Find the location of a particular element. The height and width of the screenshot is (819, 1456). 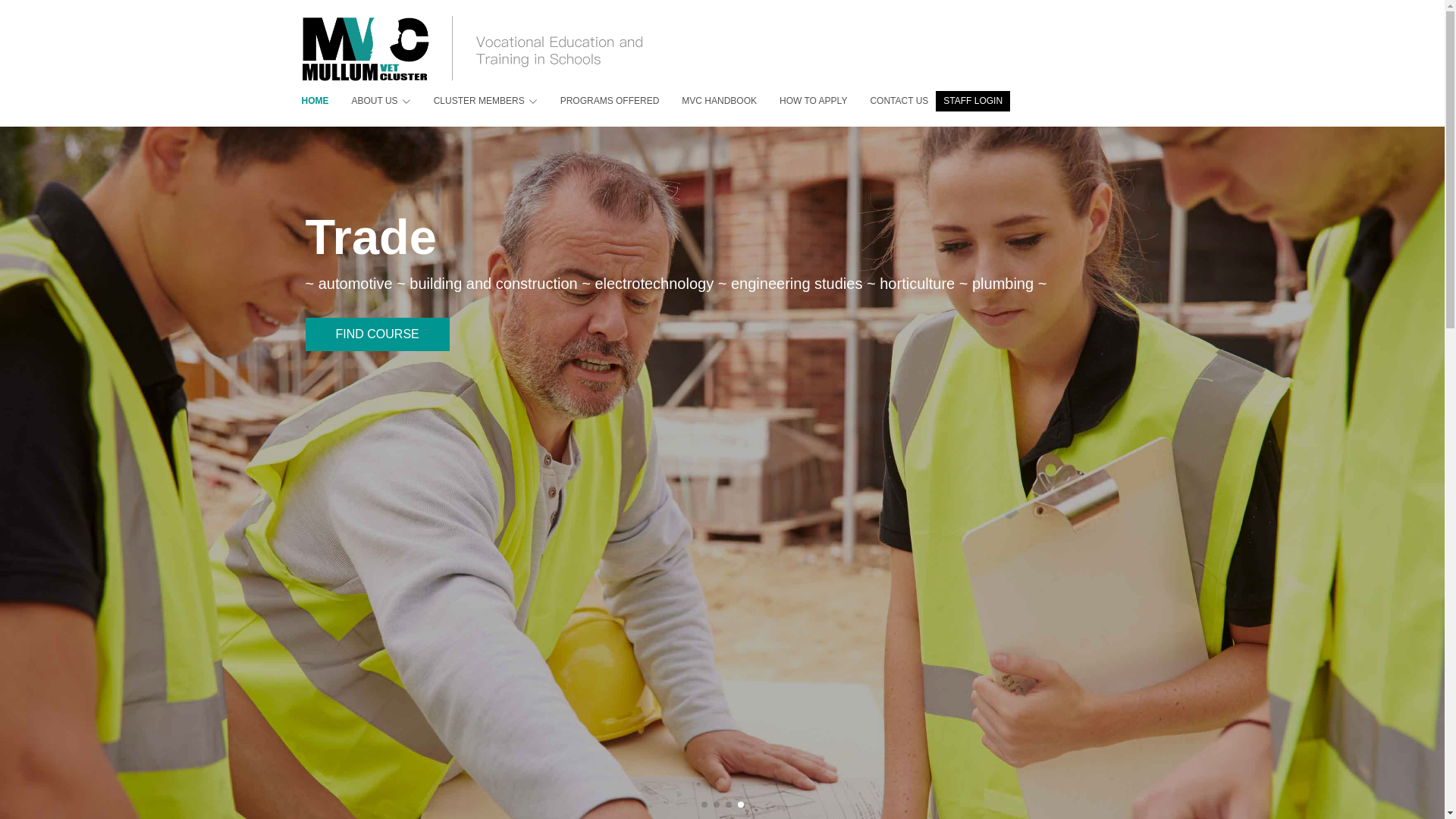

'HOW TO APPLY' is located at coordinates (757, 101).